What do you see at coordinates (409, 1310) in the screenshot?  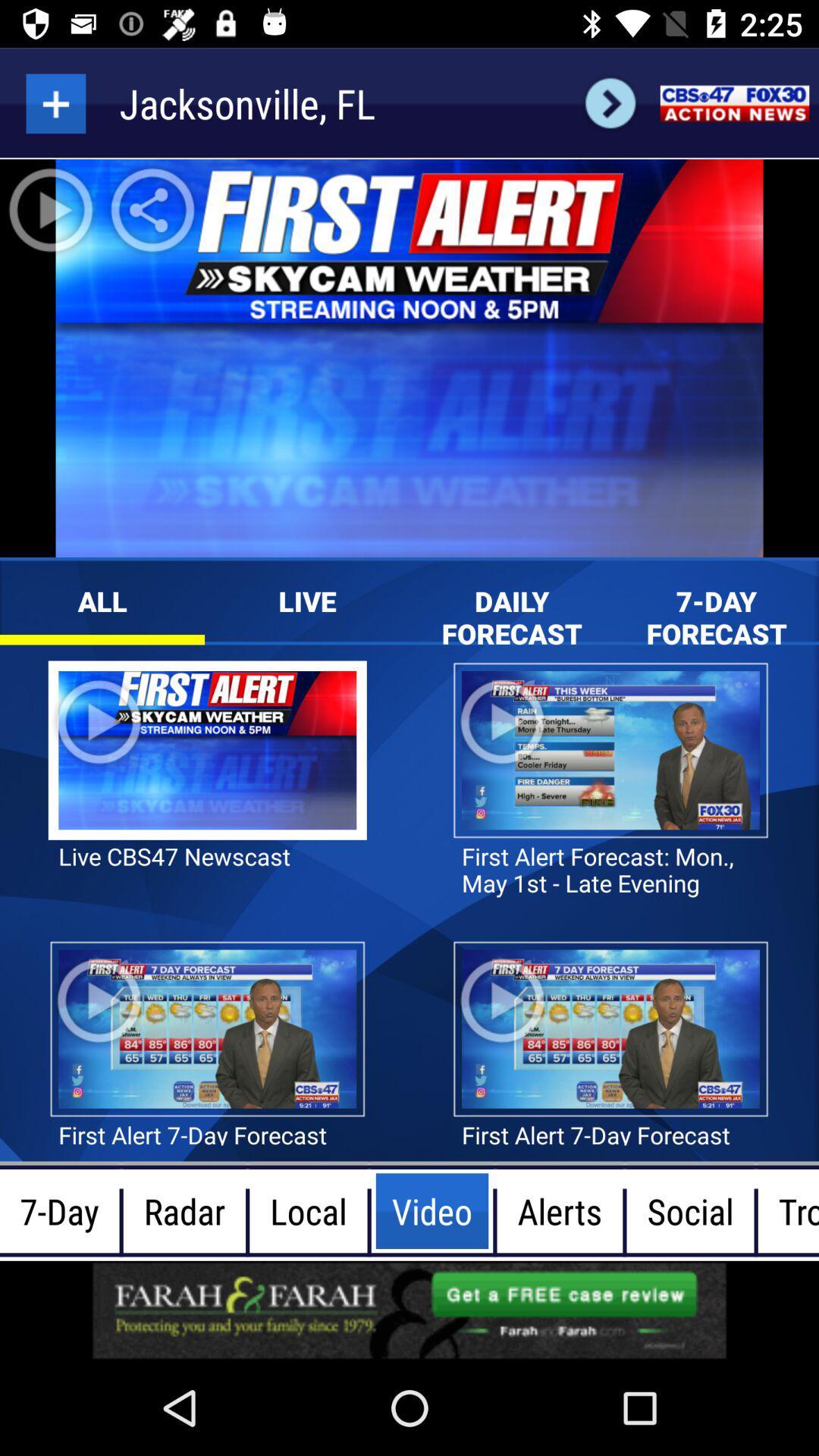 I see `advertisement banner` at bounding box center [409, 1310].